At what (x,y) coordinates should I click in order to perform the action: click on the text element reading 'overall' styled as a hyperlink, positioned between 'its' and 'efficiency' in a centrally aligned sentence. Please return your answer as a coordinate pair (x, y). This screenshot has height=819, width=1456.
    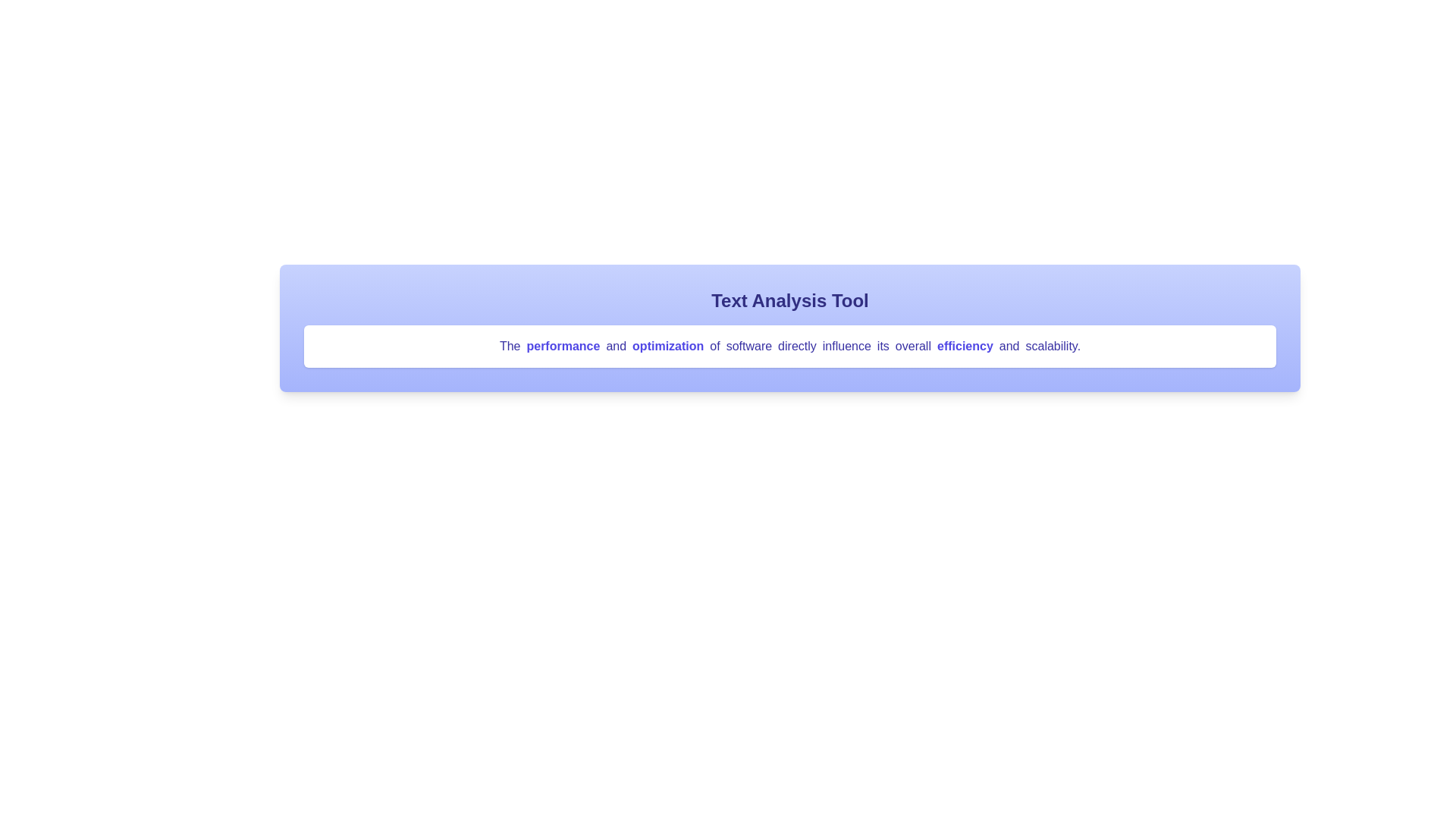
    Looking at the image, I should click on (912, 346).